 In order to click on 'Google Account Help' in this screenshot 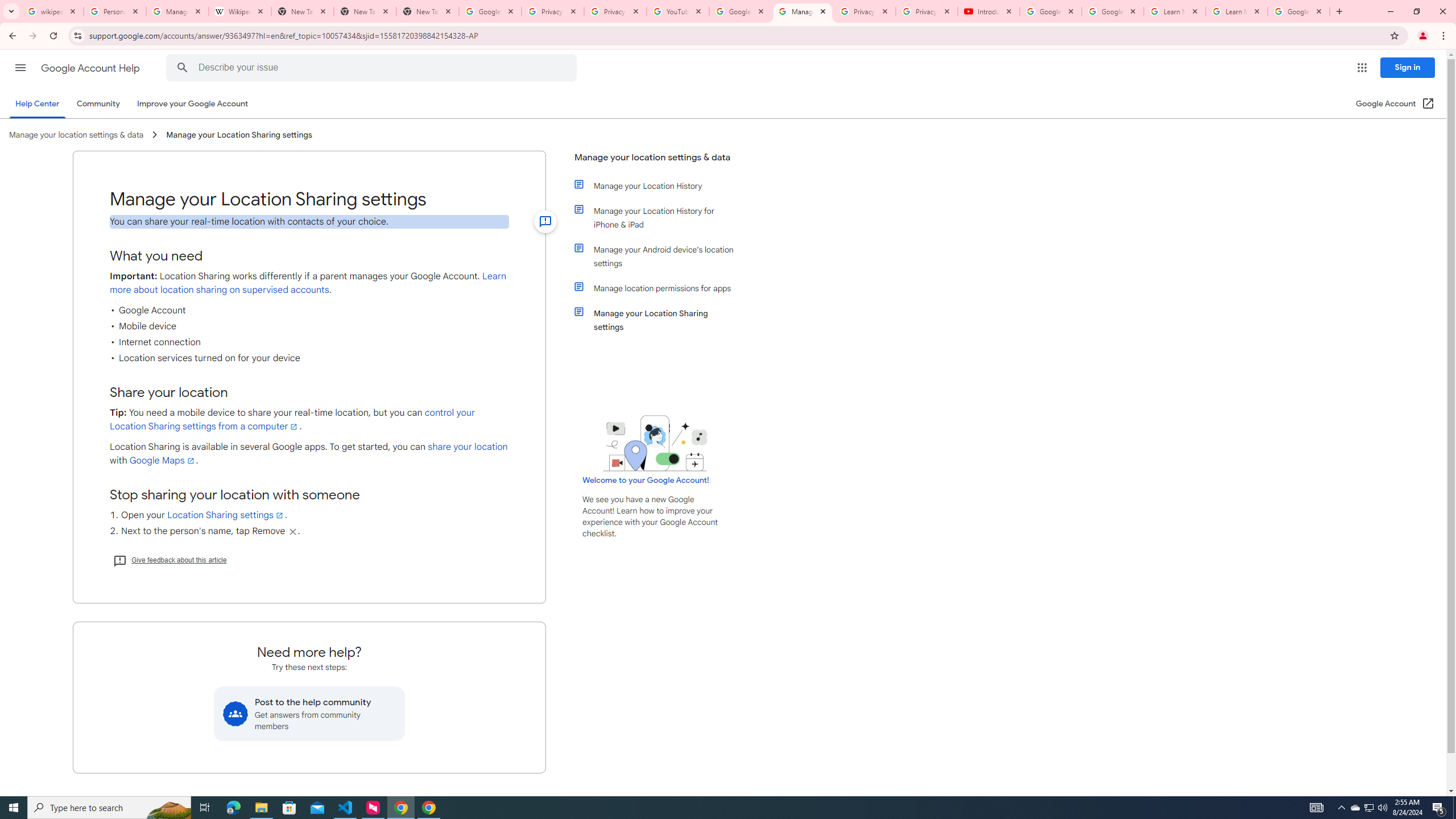, I will do `click(91, 68)`.